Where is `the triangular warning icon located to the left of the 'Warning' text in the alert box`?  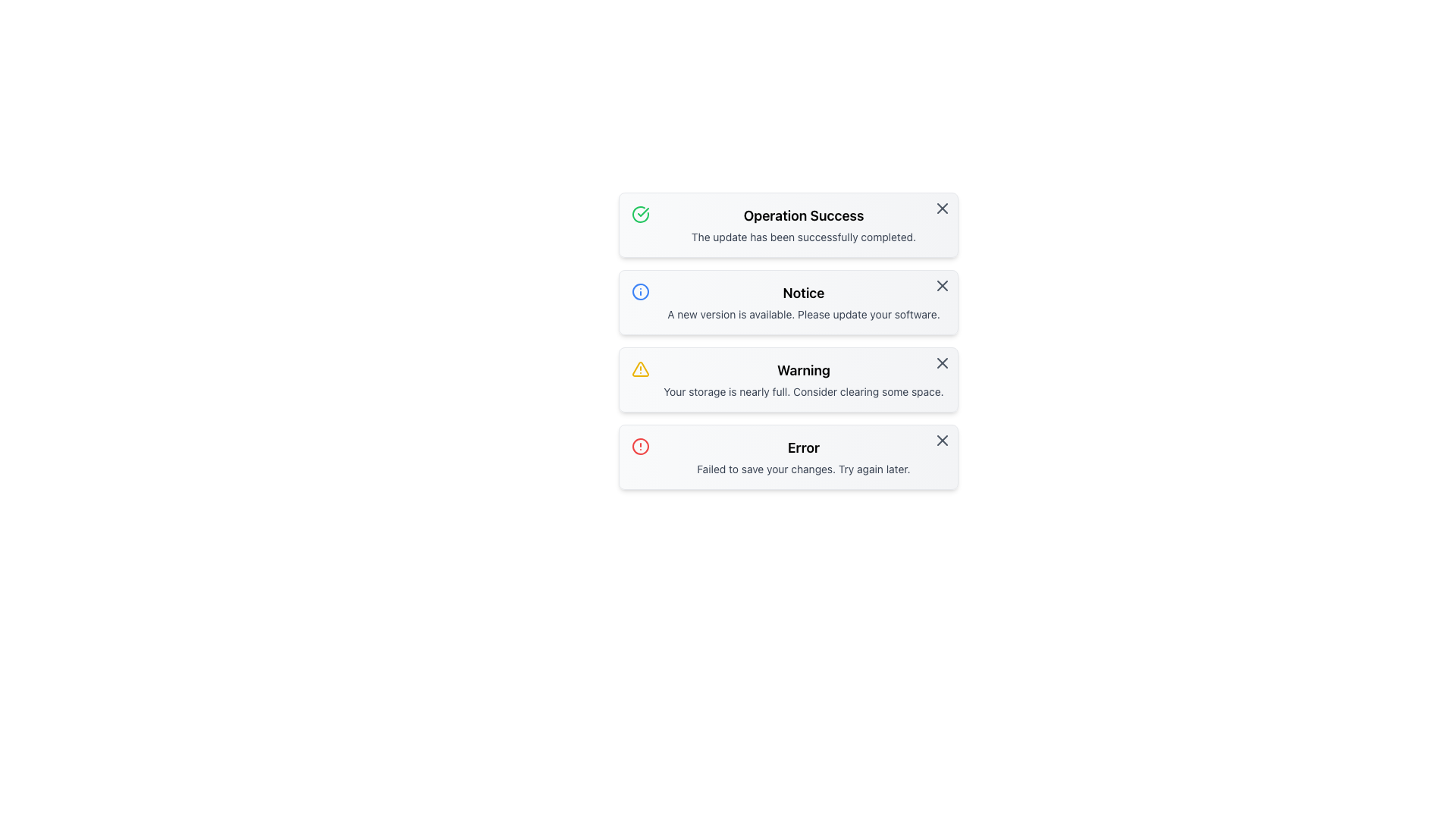
the triangular warning icon located to the left of the 'Warning' text in the alert box is located at coordinates (640, 369).